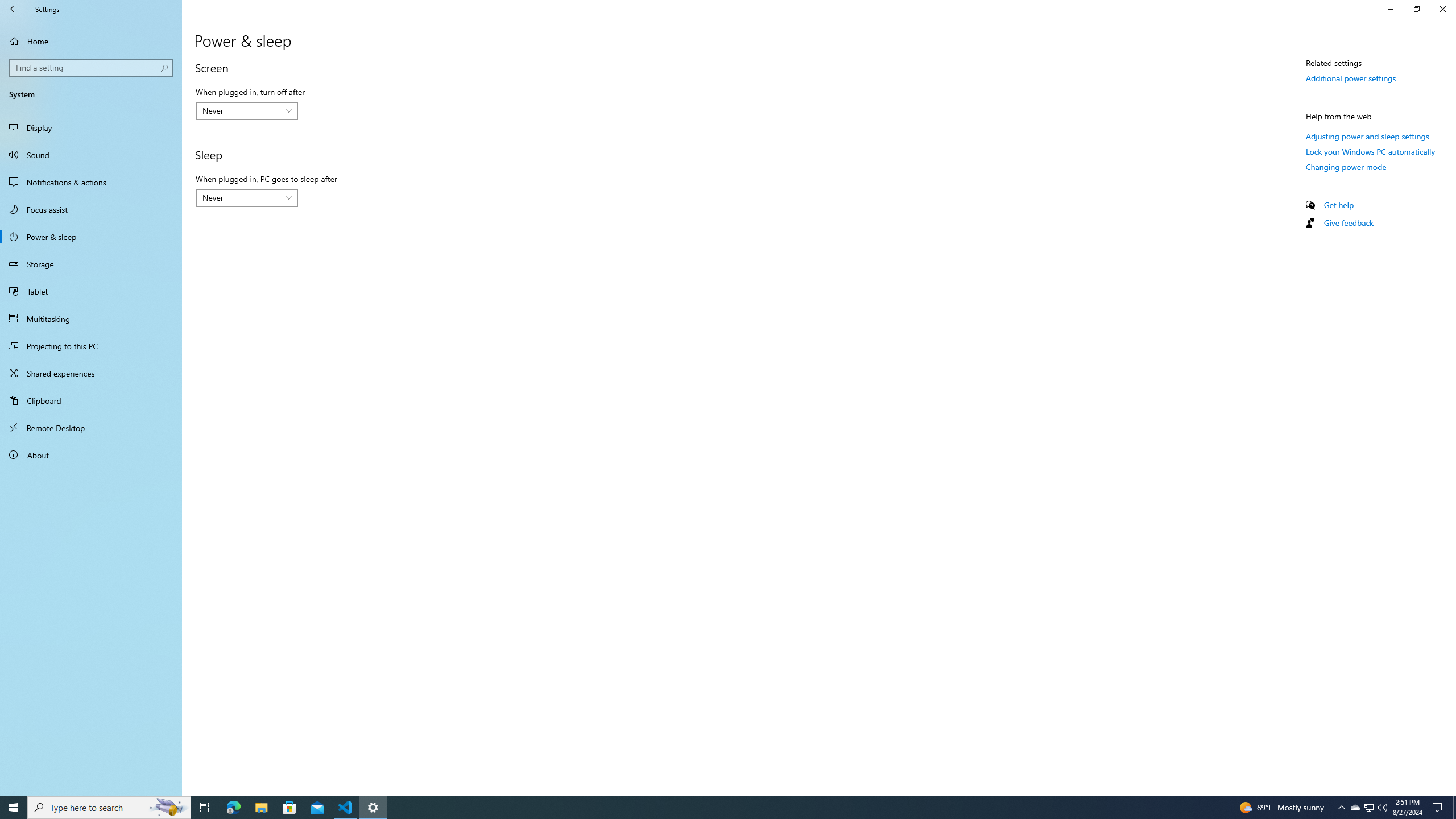 Image resolution: width=1456 pixels, height=819 pixels. What do you see at coordinates (90, 400) in the screenshot?
I see `'Clipboard'` at bounding box center [90, 400].